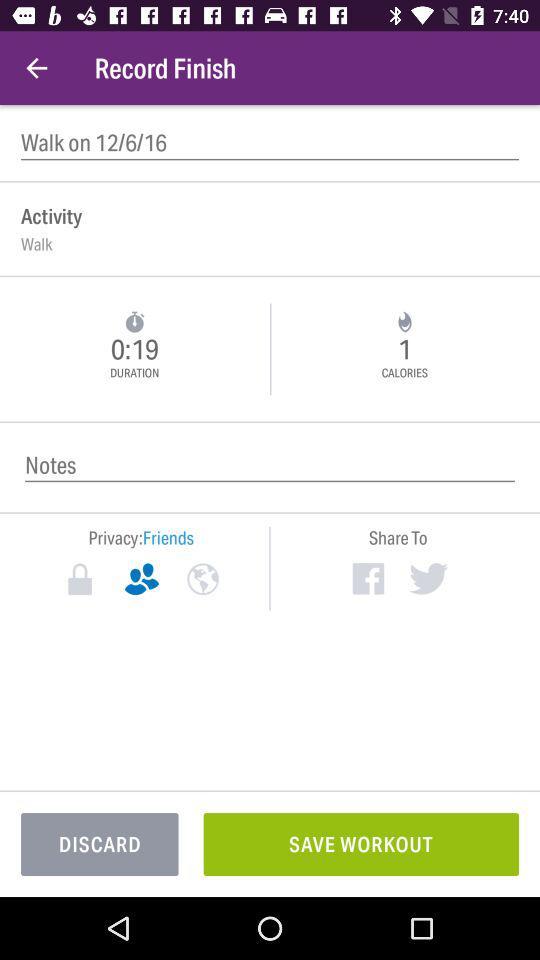  I want to click on the icon to the left of record finish, so click(36, 68).